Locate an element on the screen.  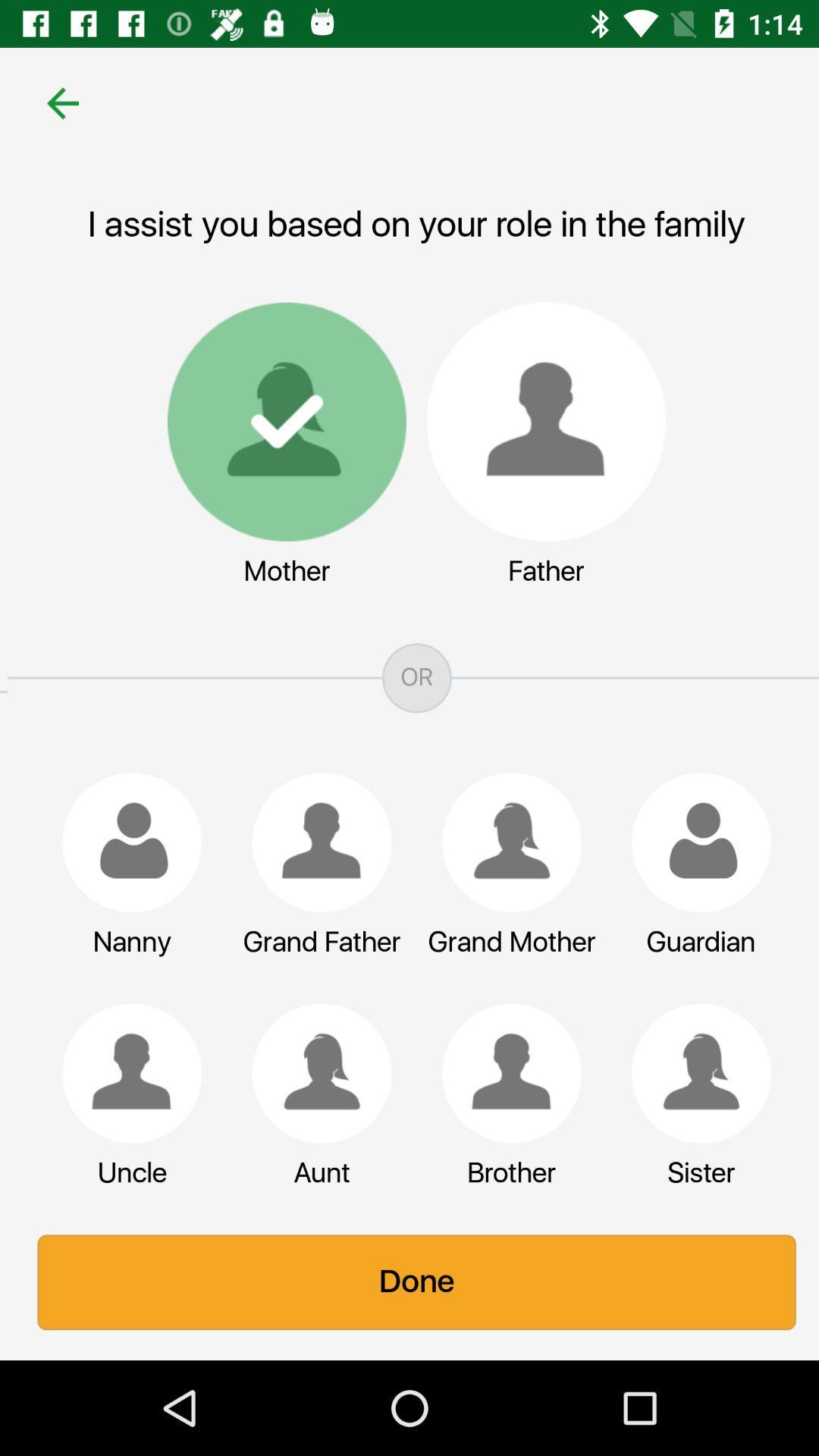
icon above the guardian is located at coordinates (694, 842).